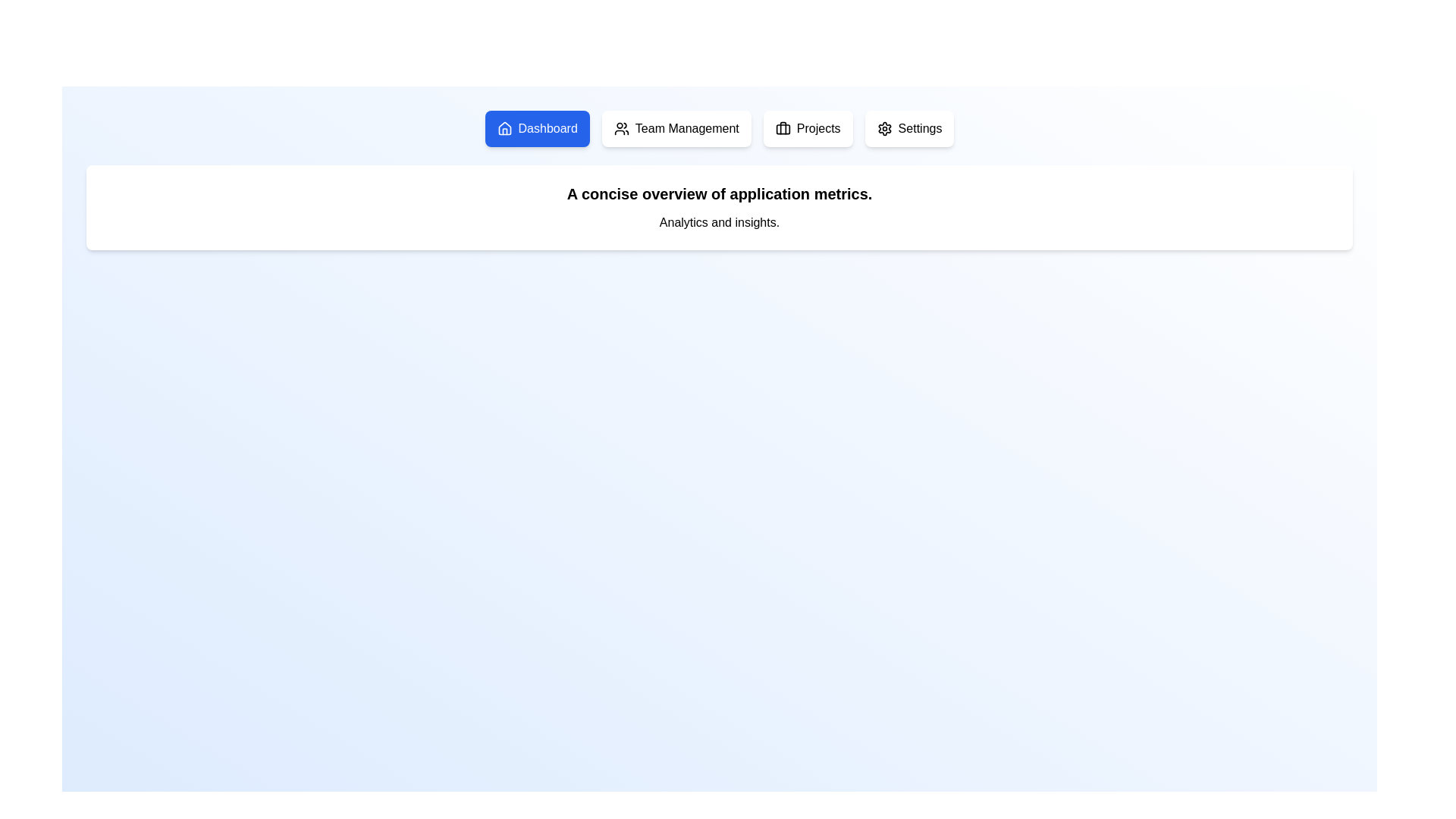 The height and width of the screenshot is (819, 1456). What do you see at coordinates (547, 127) in the screenshot?
I see `the 'Dashboard' text label in the top navigation menu to focus or navigate to the dashboard functionalities` at bounding box center [547, 127].